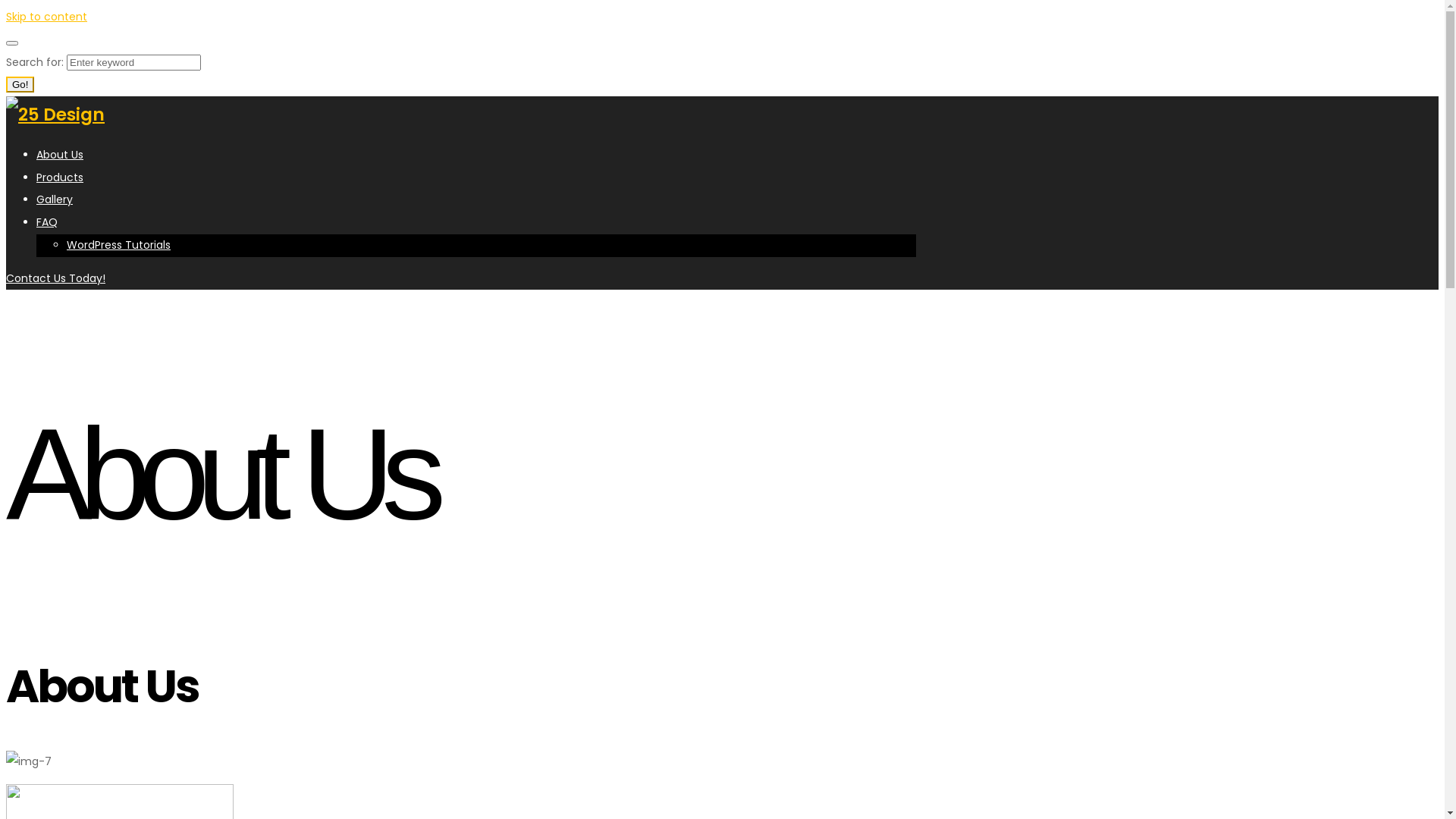  I want to click on 'Gallery', so click(55, 198).